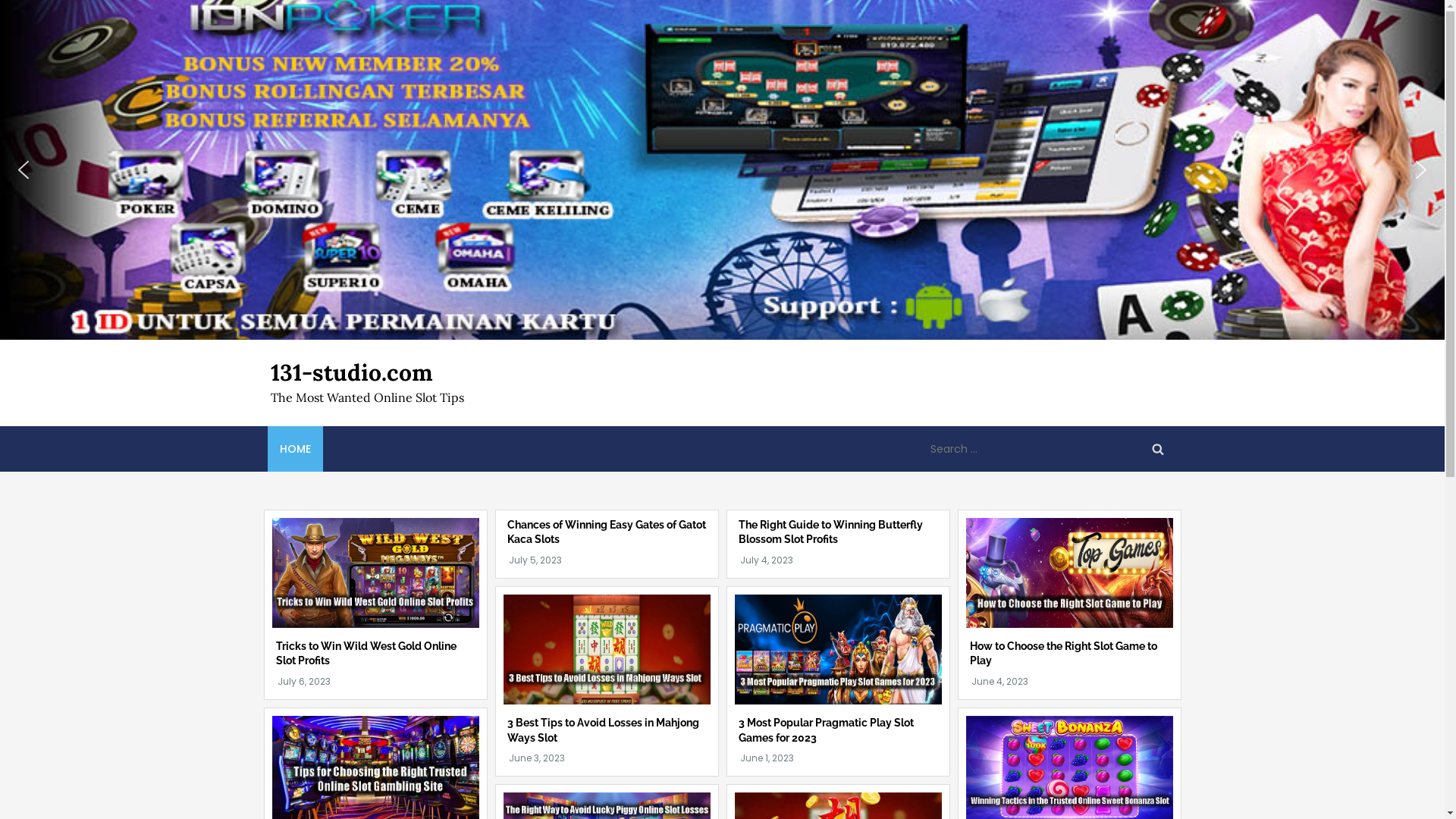  I want to click on 'Tricks to Win Wild West Gold Online Slot Profits', so click(366, 652).